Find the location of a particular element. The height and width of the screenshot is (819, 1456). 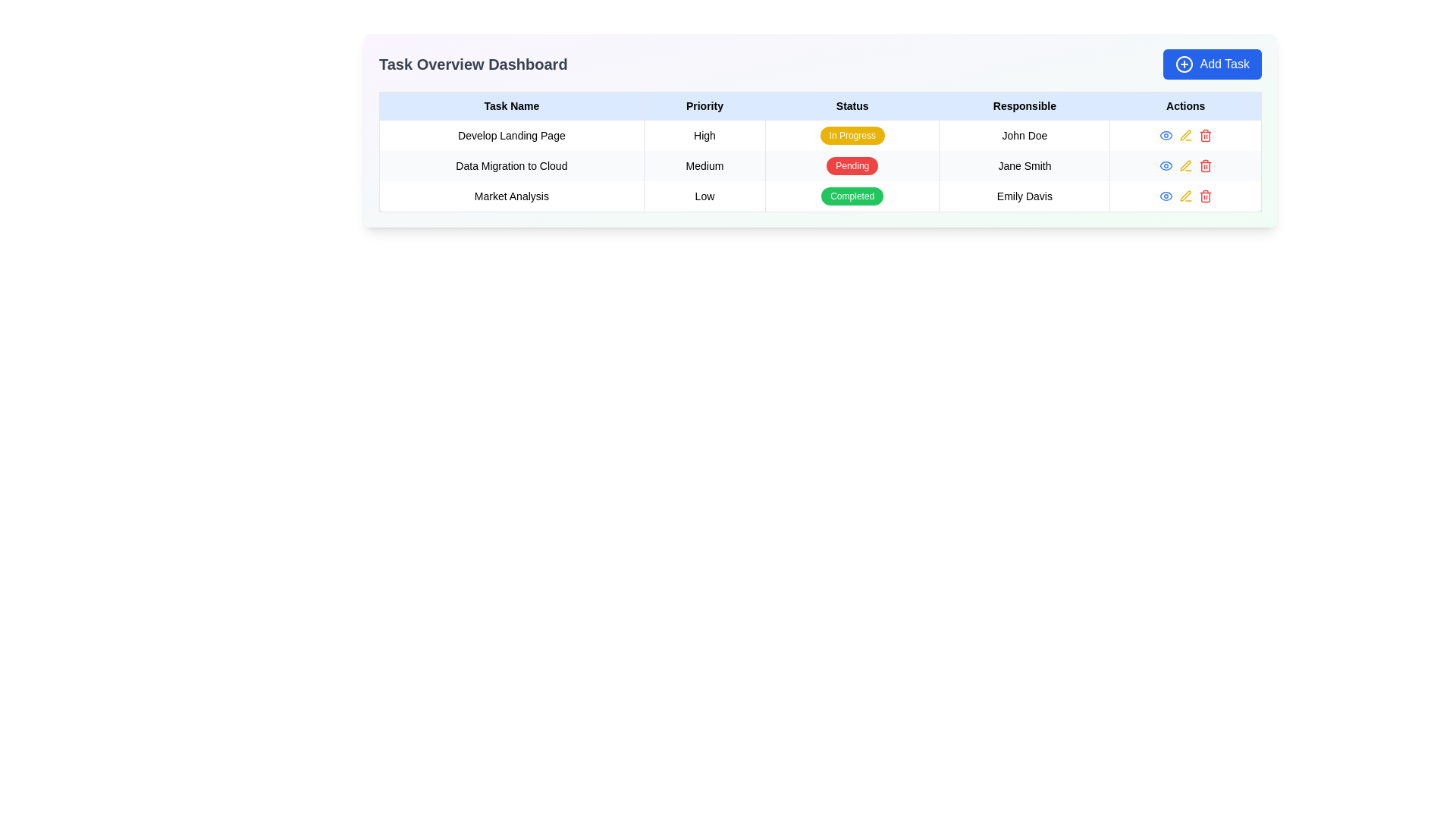

the text label in the 'Priority' column of the task table that indicates the priority level of the task 'Develop Landing Page' is located at coordinates (704, 134).